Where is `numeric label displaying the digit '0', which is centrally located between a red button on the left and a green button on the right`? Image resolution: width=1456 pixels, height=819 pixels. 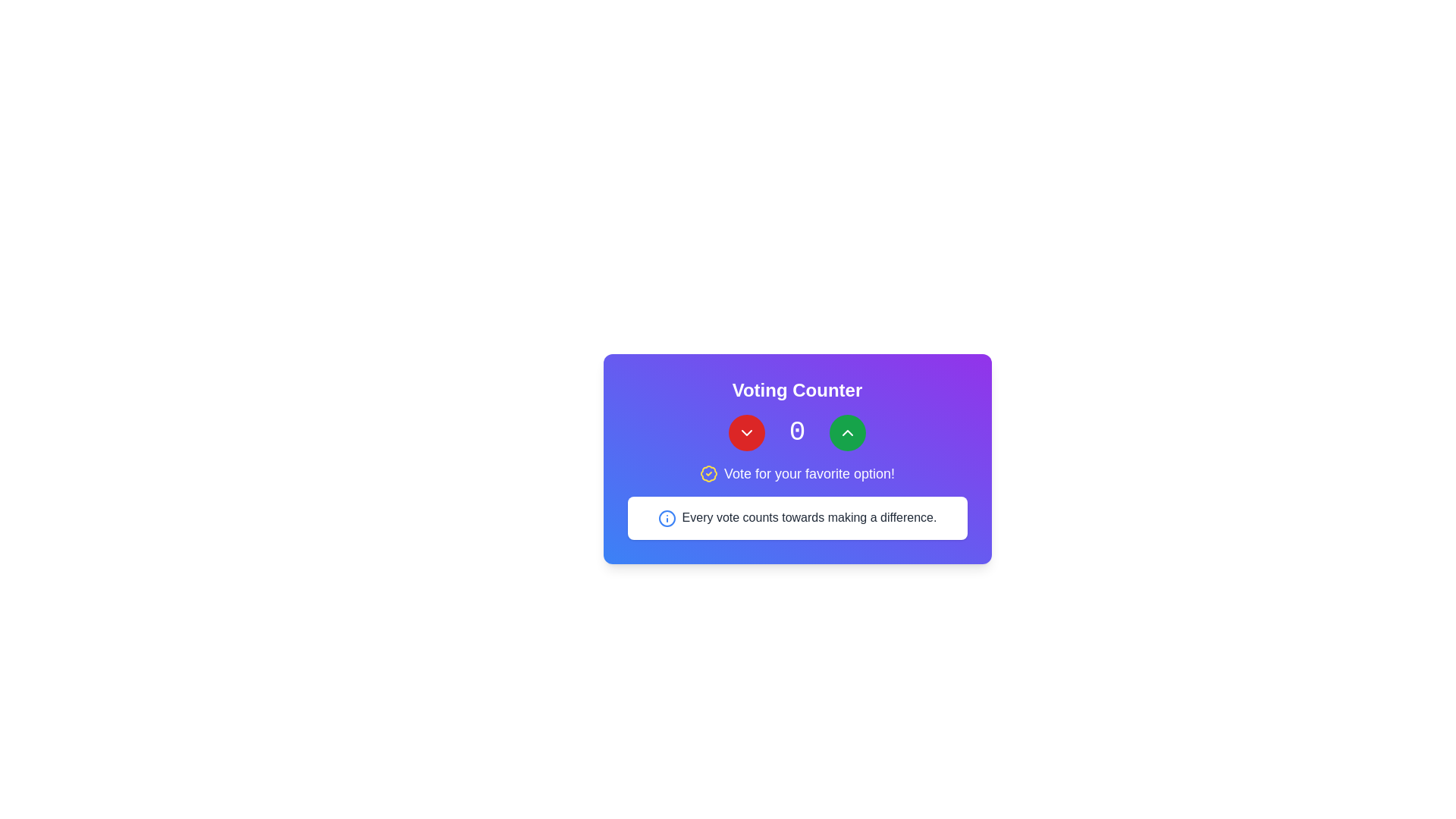
numeric label displaying the digit '0', which is centrally located between a red button on the left and a green button on the right is located at coordinates (796, 432).